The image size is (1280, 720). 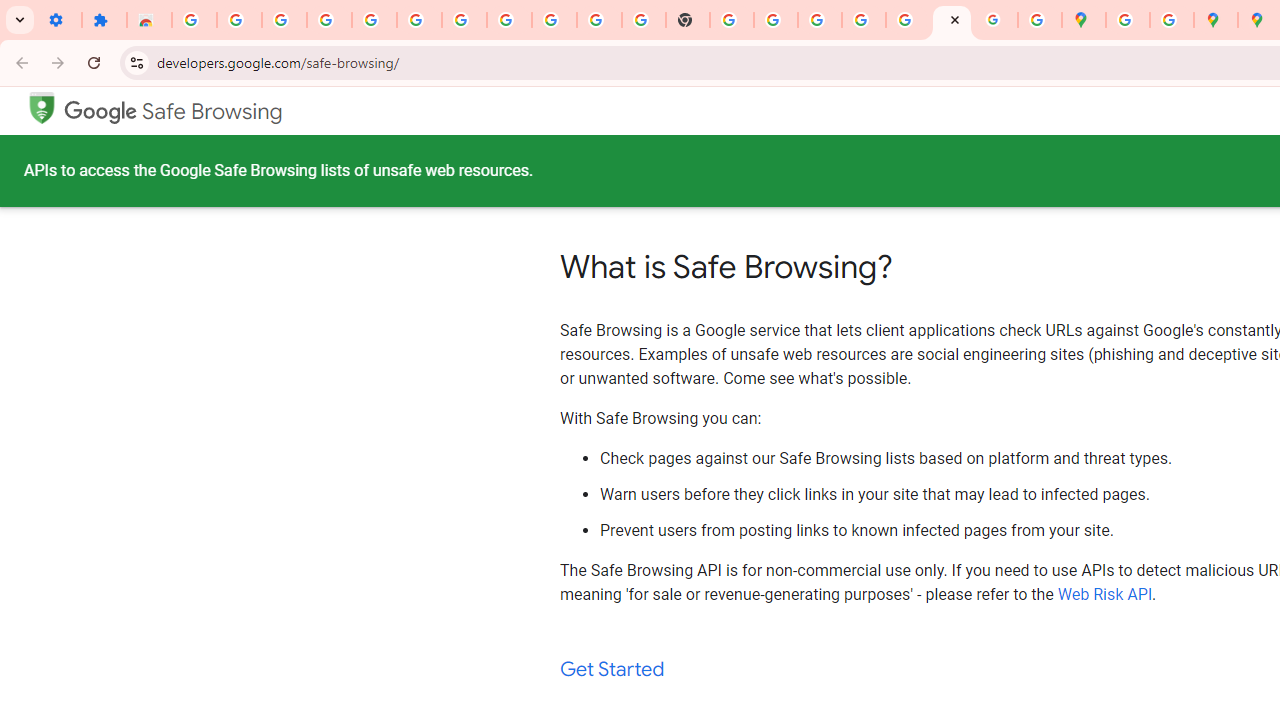 What do you see at coordinates (688, 20) in the screenshot?
I see `'New Tab'` at bounding box center [688, 20].